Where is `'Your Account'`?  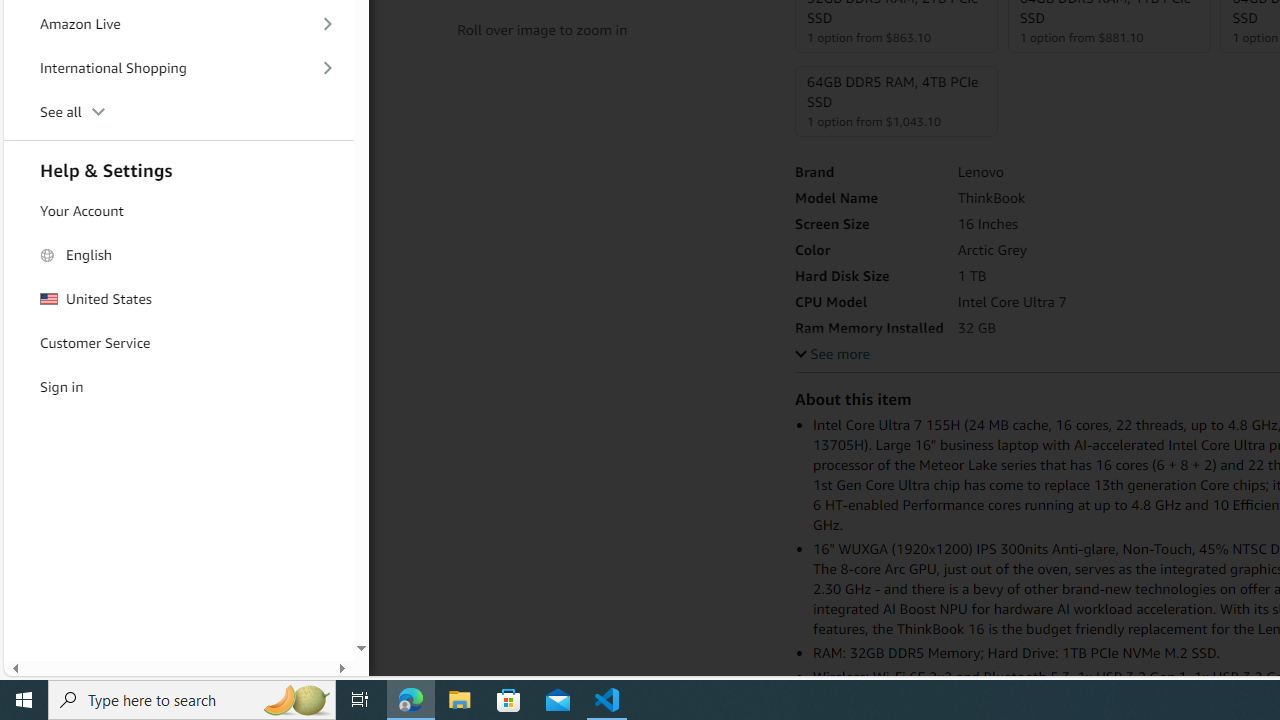 'Your Account' is located at coordinates (179, 212).